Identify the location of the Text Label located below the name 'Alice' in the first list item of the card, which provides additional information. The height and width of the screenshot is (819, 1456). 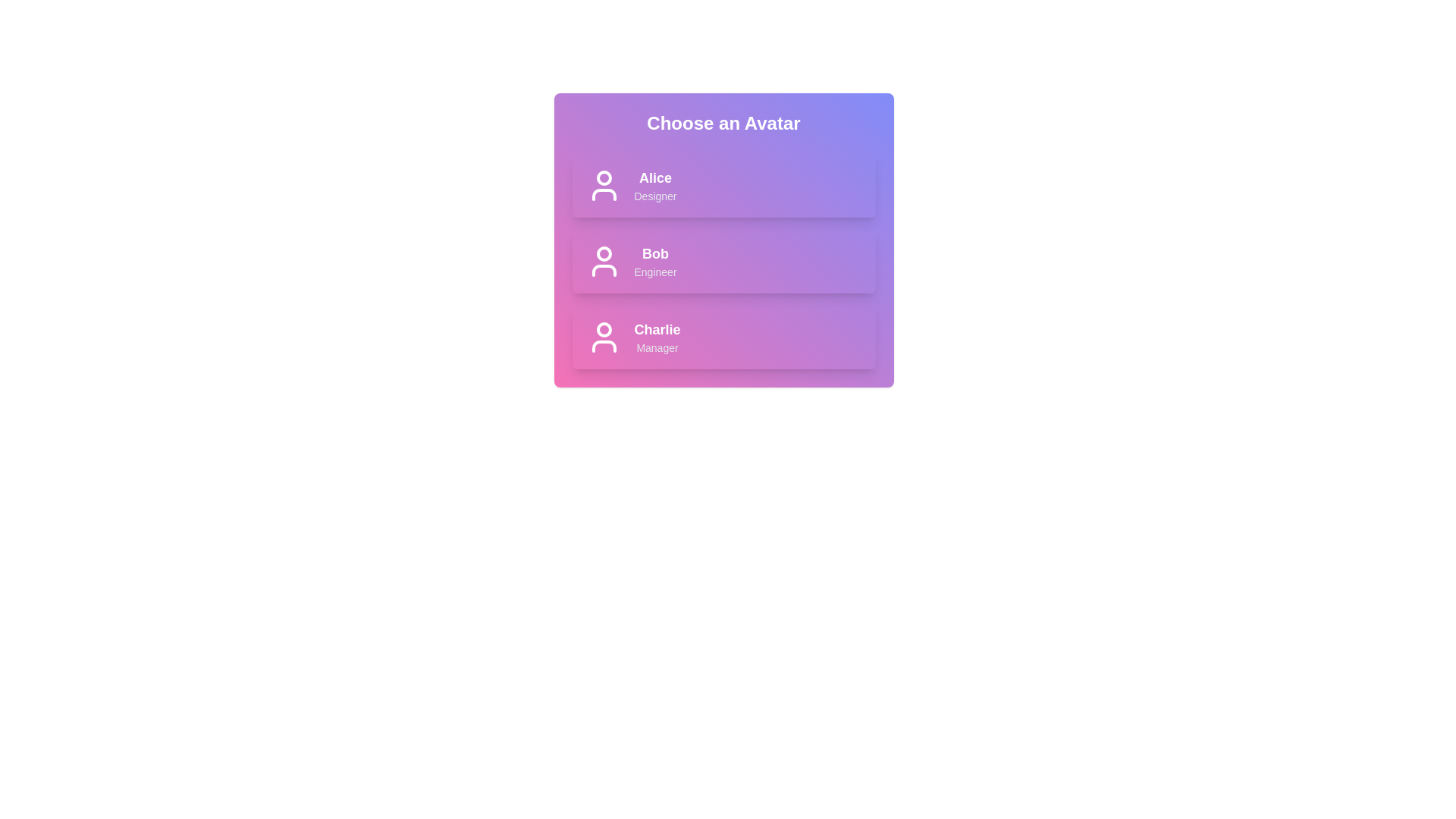
(655, 195).